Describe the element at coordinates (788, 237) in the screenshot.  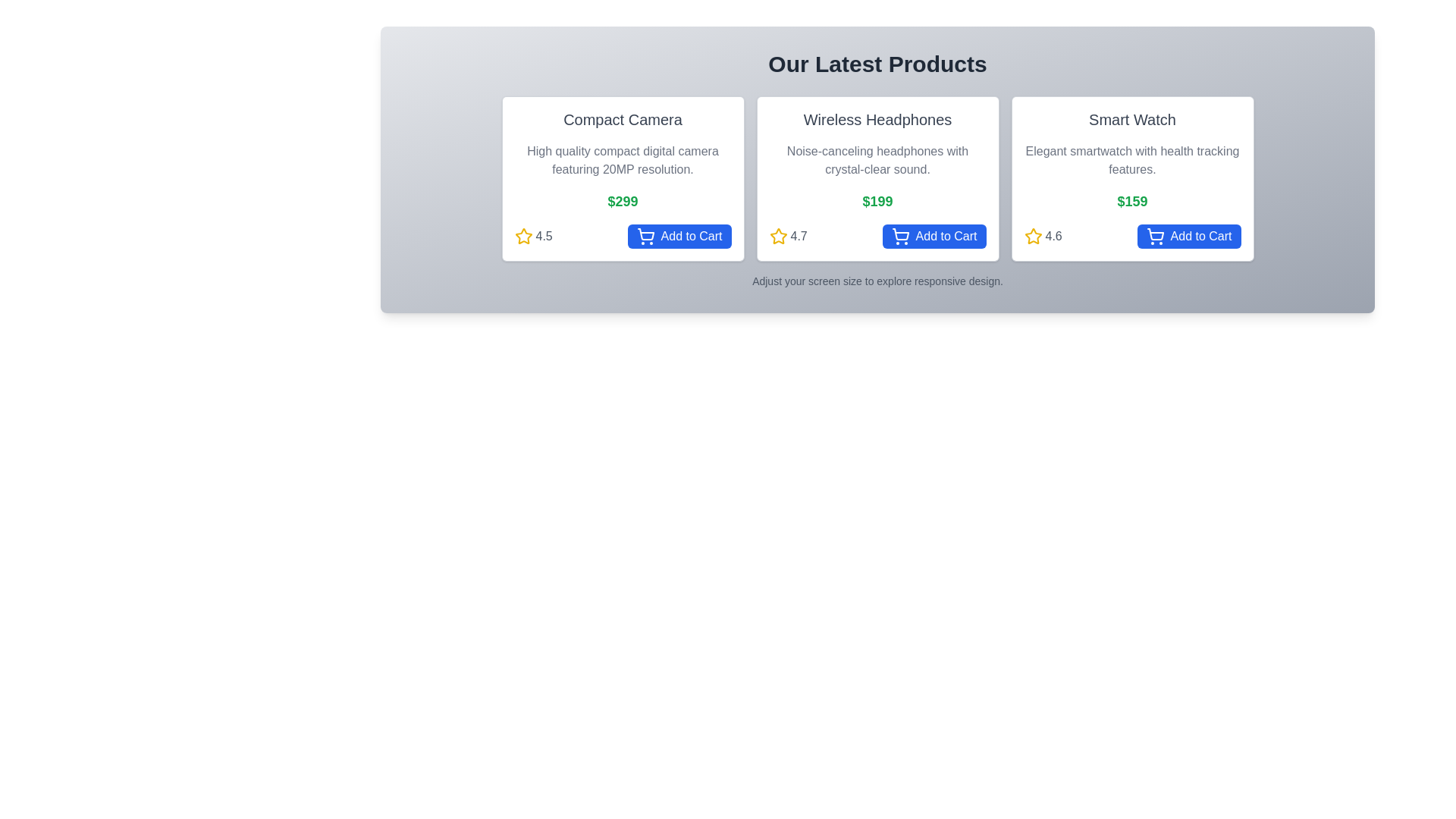
I see `the Rating display with text and an icon located under the product title 'Wireless Headphones', which is the first visible component in the middle card of a three-card layout` at that location.